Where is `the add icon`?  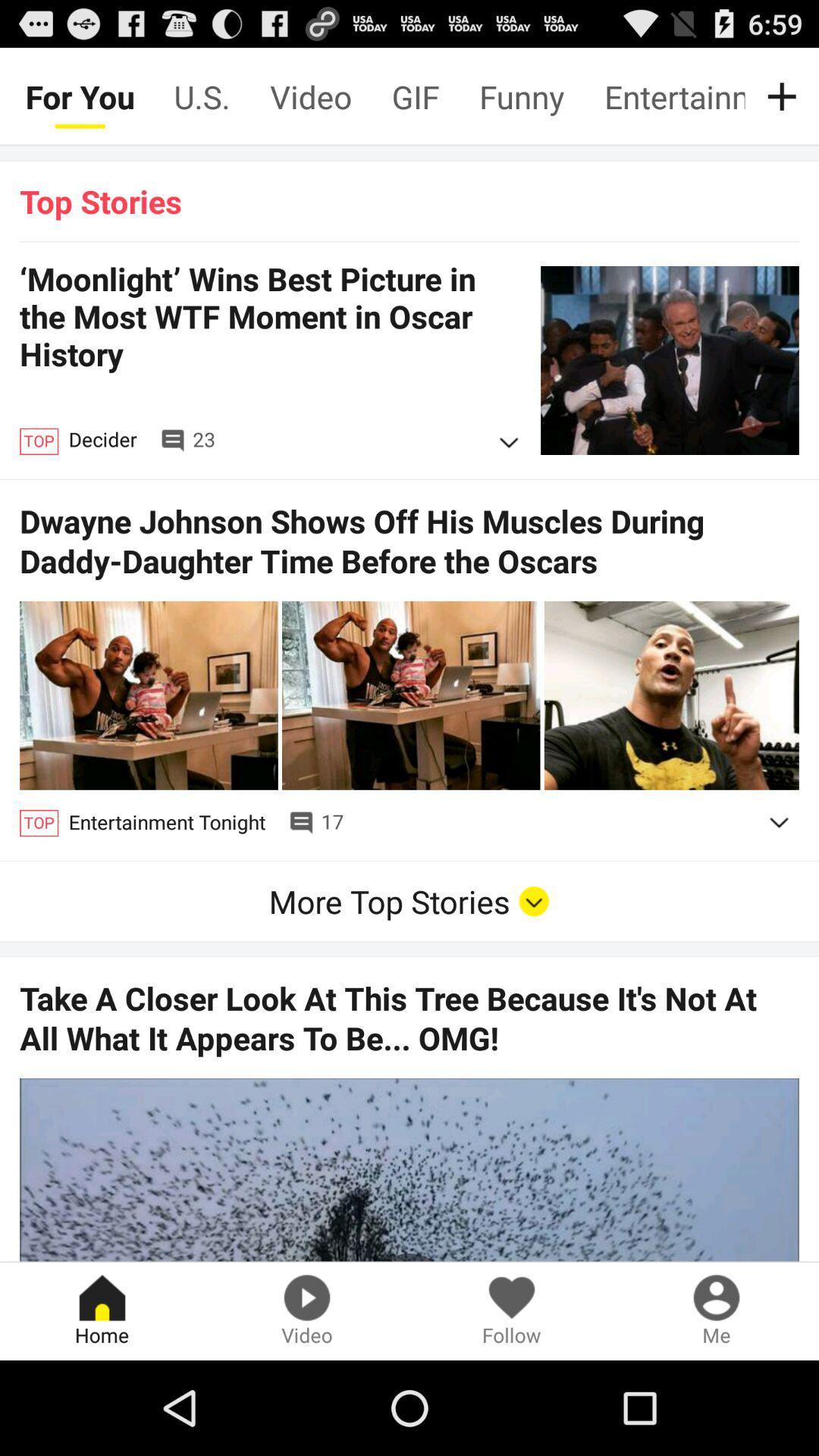
the add icon is located at coordinates (785, 102).